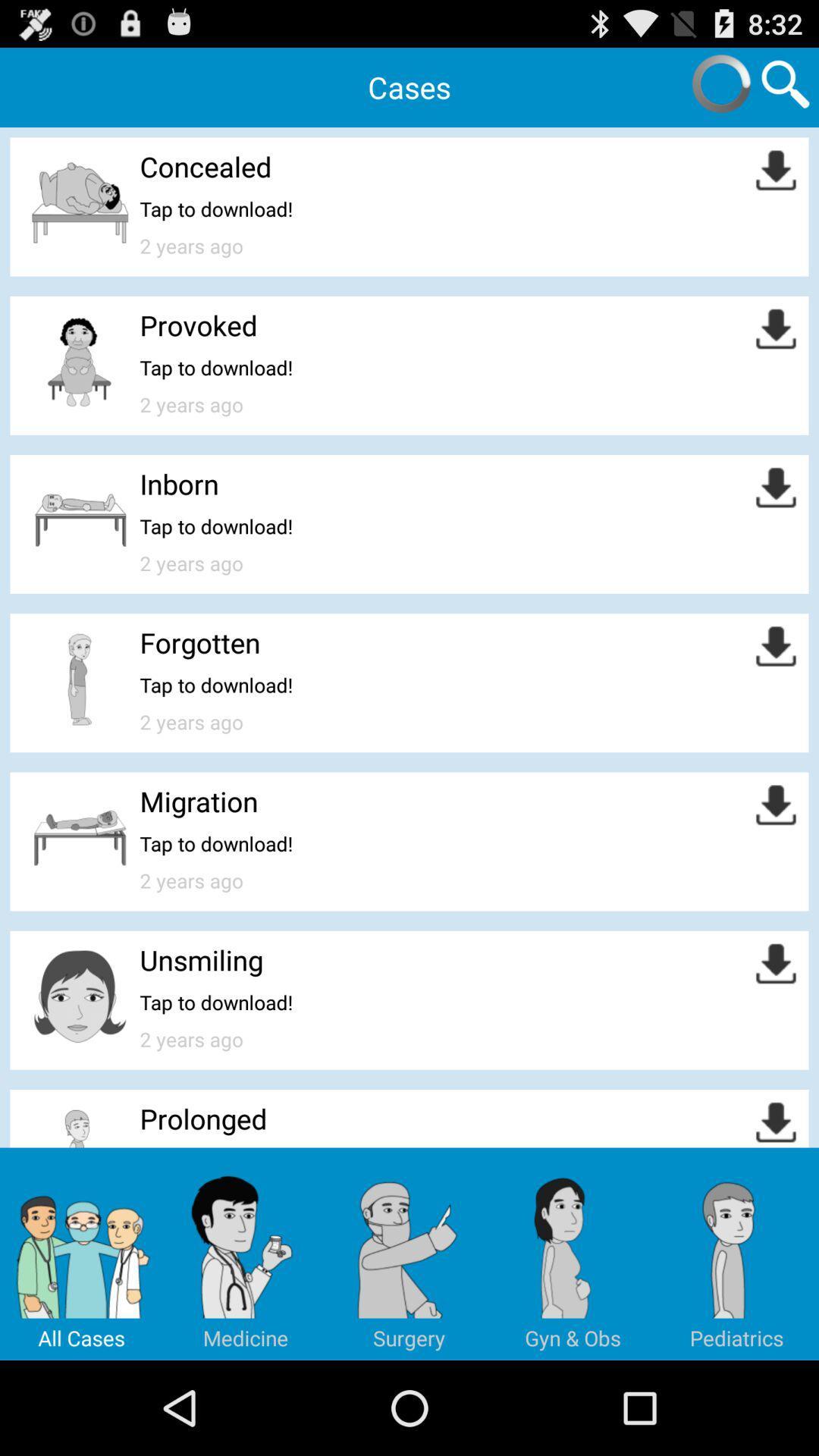 The image size is (819, 1456). What do you see at coordinates (200, 959) in the screenshot?
I see `unsmiling app` at bounding box center [200, 959].